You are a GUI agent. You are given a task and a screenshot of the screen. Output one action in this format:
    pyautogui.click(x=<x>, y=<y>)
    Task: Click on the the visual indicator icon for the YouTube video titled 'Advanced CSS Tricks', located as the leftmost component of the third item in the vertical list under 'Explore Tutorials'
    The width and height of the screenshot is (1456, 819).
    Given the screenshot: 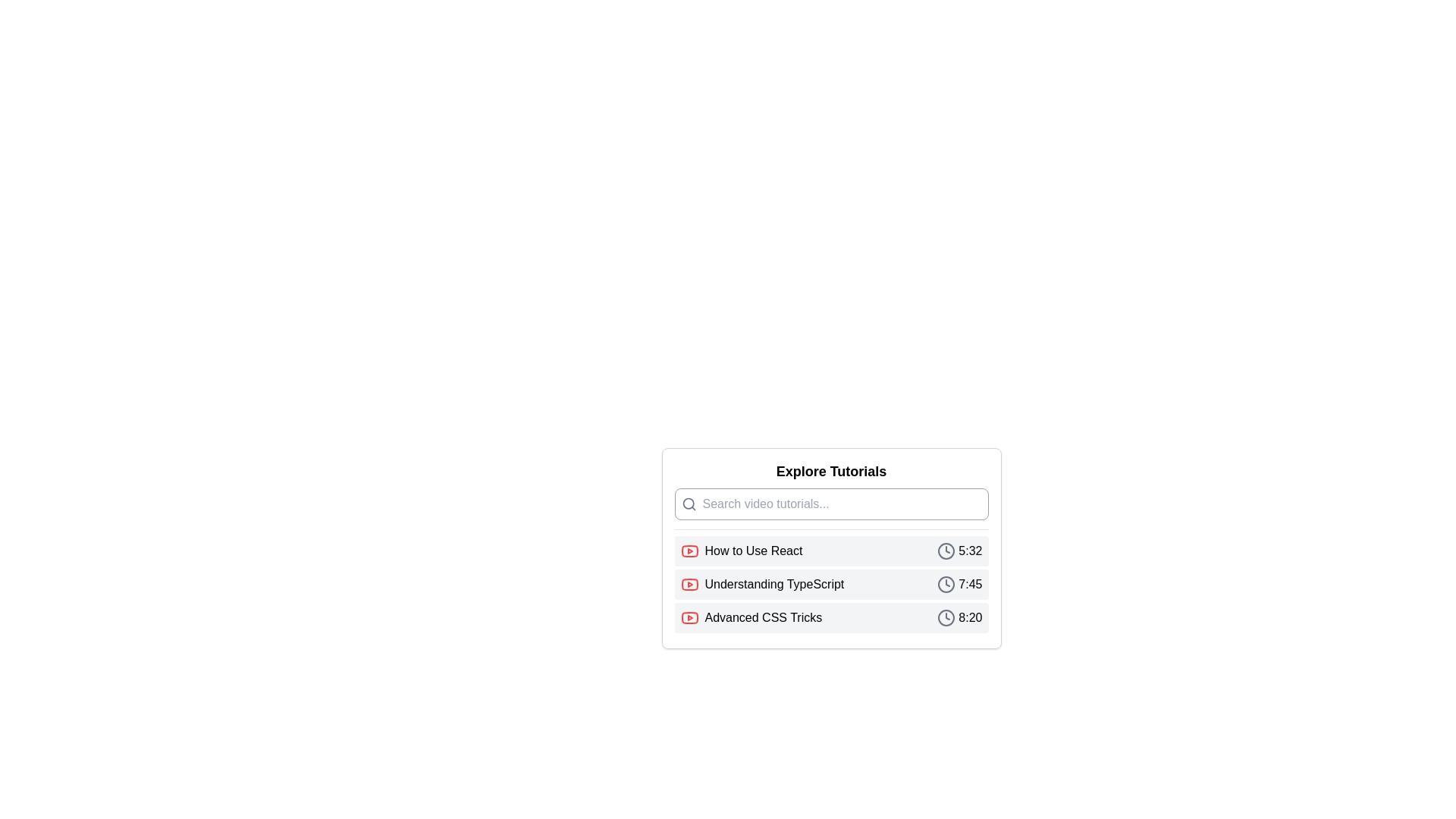 What is the action you would take?
    pyautogui.click(x=689, y=617)
    